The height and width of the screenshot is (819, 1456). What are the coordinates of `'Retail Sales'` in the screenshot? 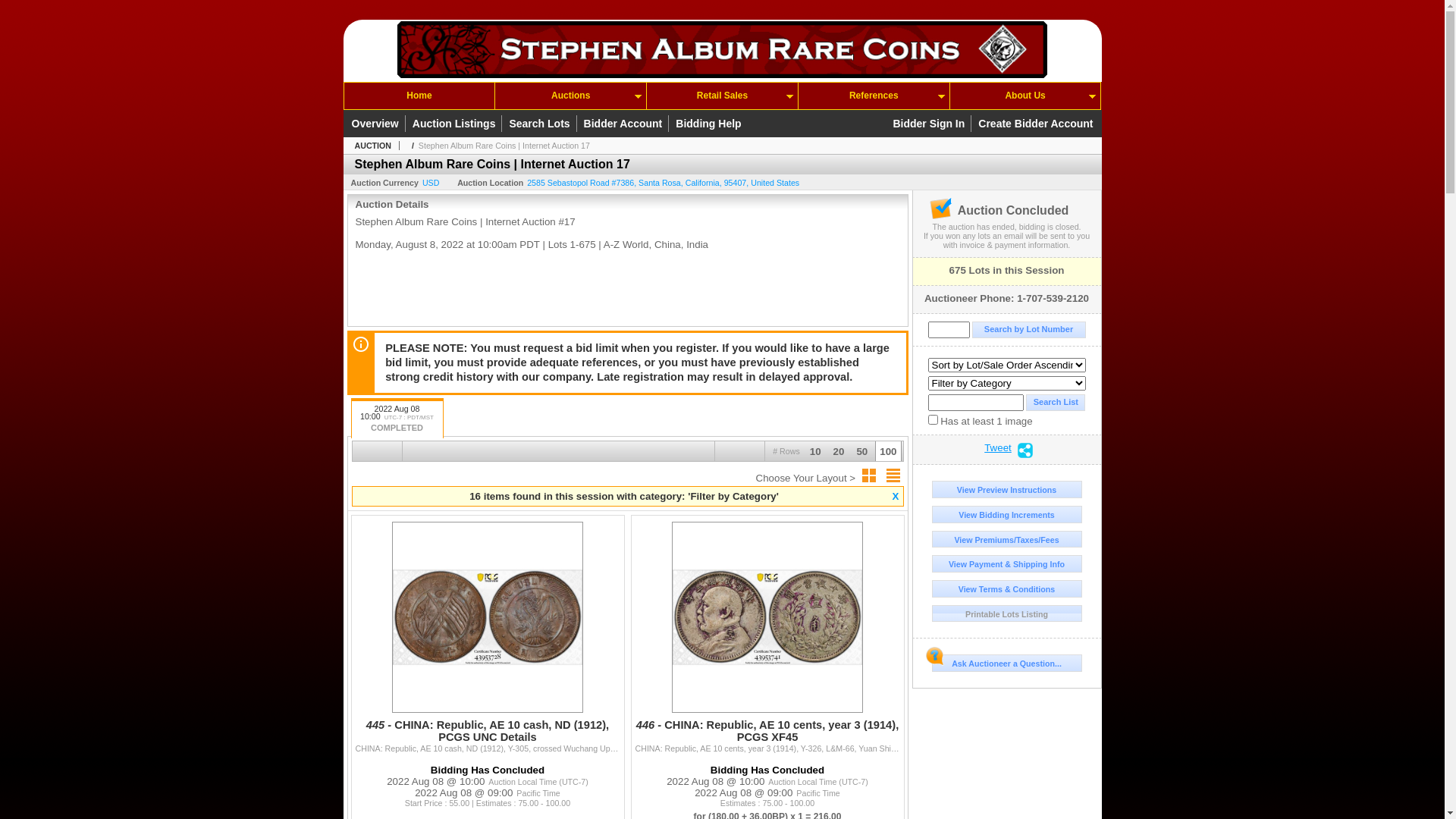 It's located at (721, 96).